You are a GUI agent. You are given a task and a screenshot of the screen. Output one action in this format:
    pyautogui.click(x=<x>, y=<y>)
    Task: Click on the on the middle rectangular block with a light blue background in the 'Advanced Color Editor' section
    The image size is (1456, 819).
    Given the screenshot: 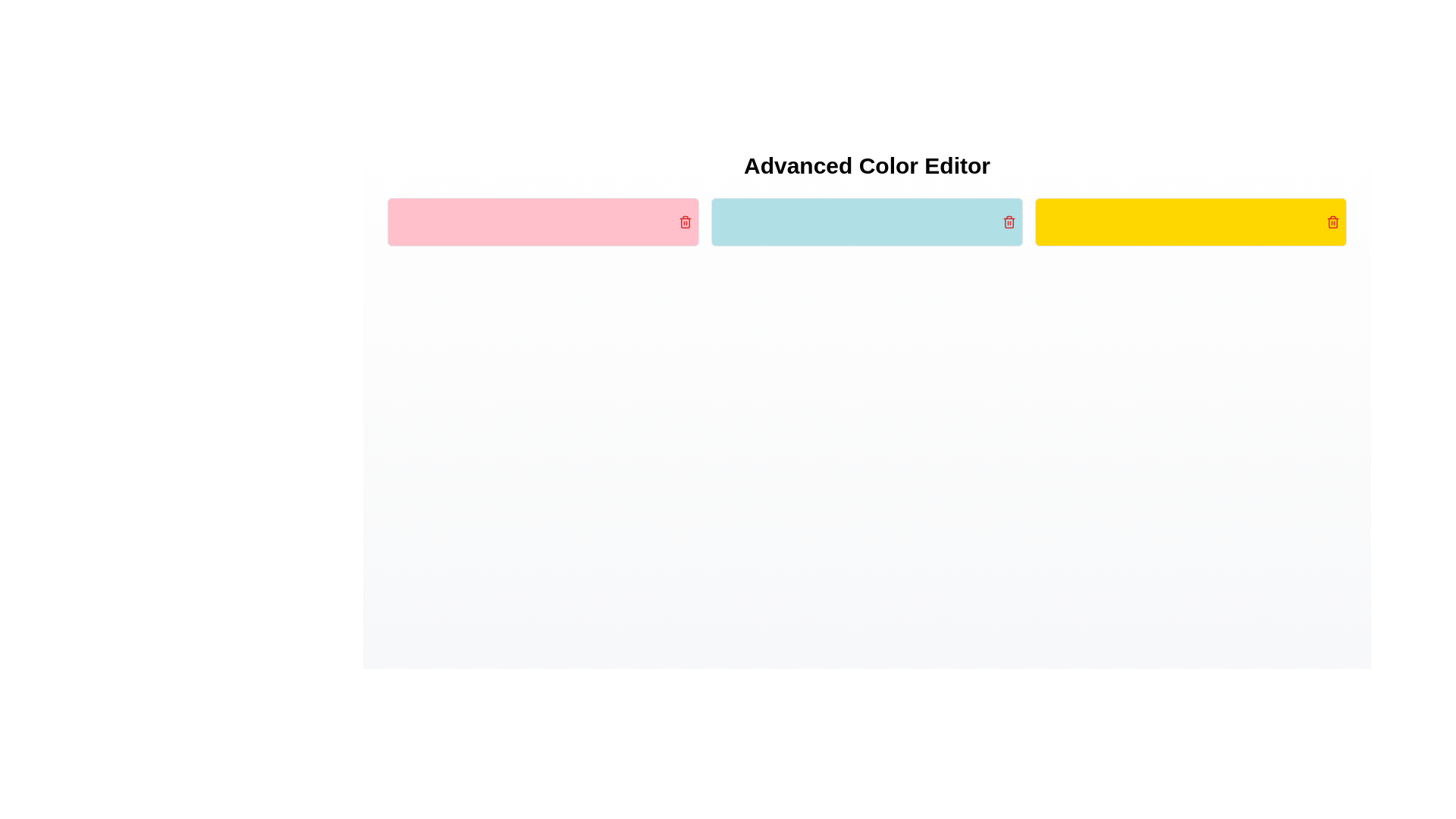 What is the action you would take?
    pyautogui.click(x=854, y=222)
    